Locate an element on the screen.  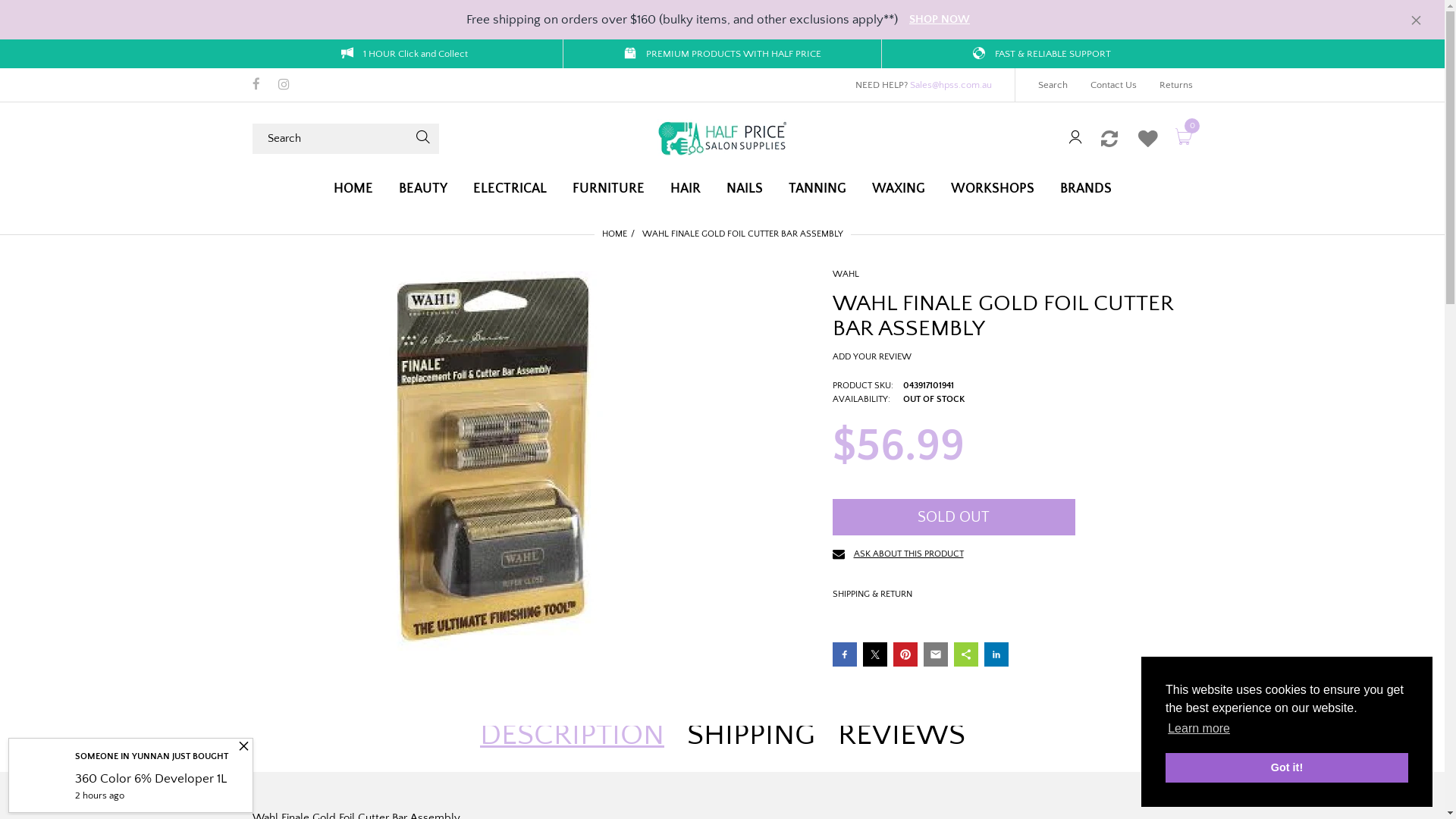
'Sign in' is located at coordinates (1065, 138).